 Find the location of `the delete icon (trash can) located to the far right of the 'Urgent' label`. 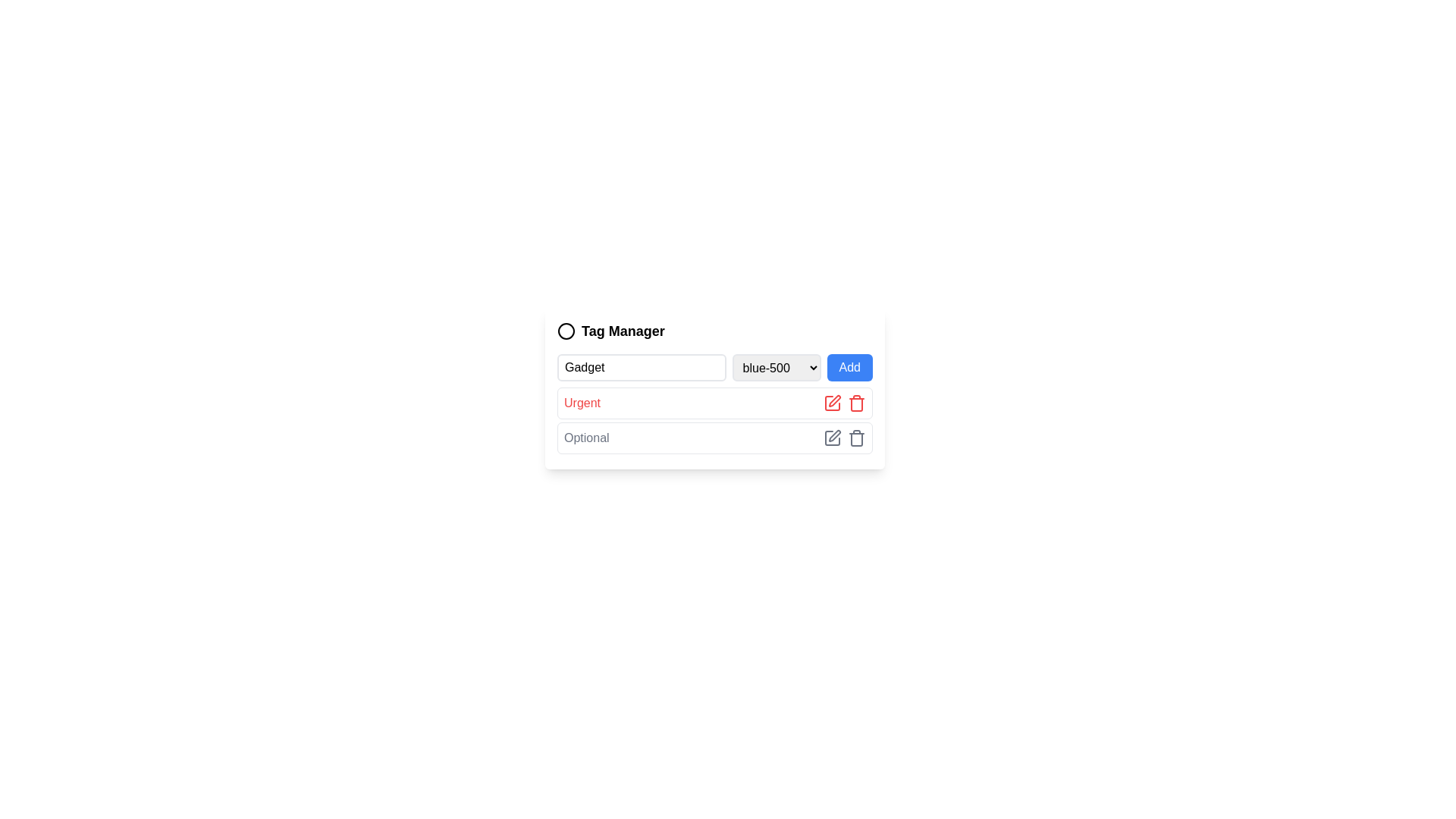

the delete icon (trash can) located to the far right of the 'Urgent' label is located at coordinates (843, 403).